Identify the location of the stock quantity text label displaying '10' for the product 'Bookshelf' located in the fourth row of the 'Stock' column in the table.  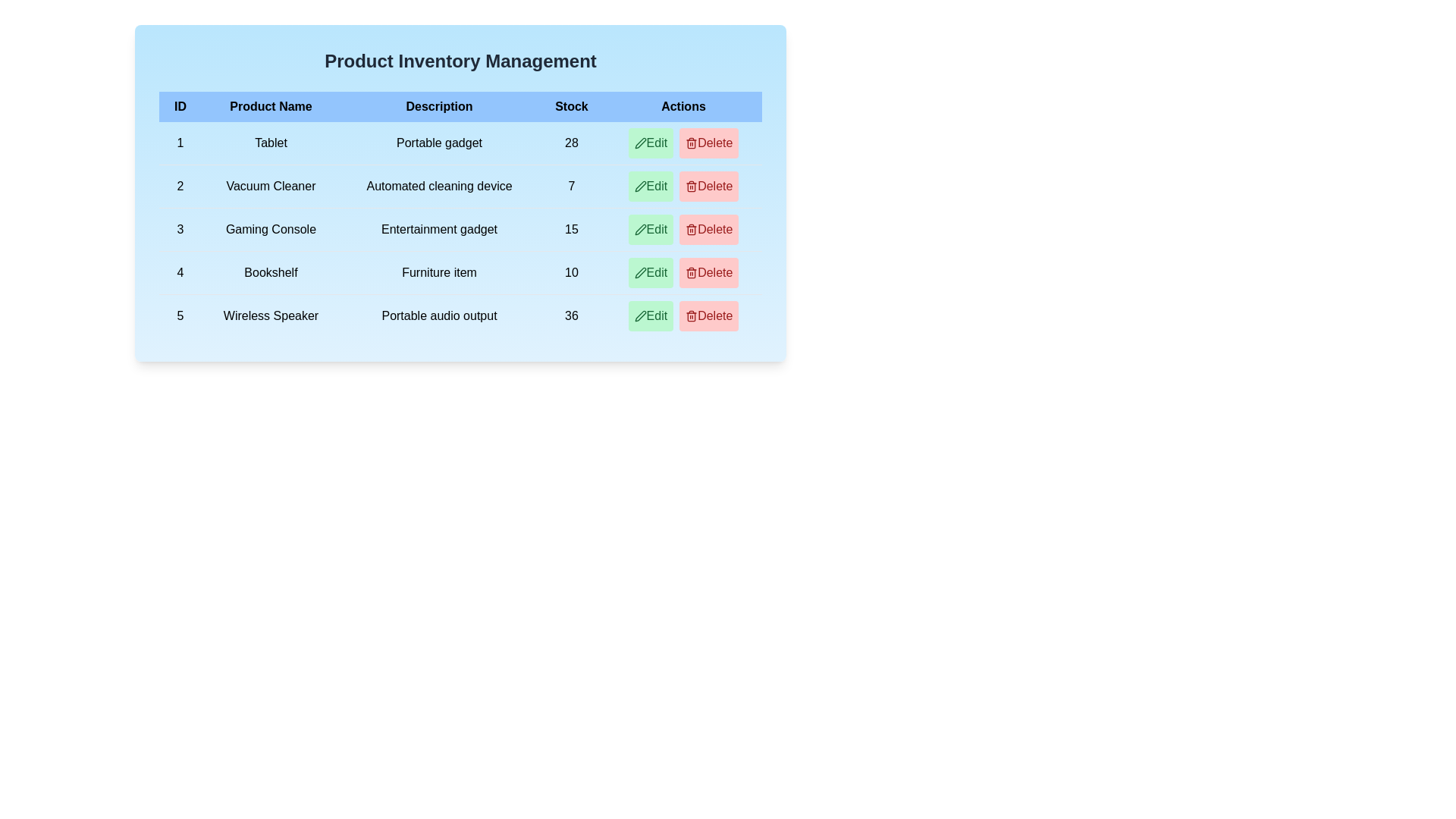
(570, 271).